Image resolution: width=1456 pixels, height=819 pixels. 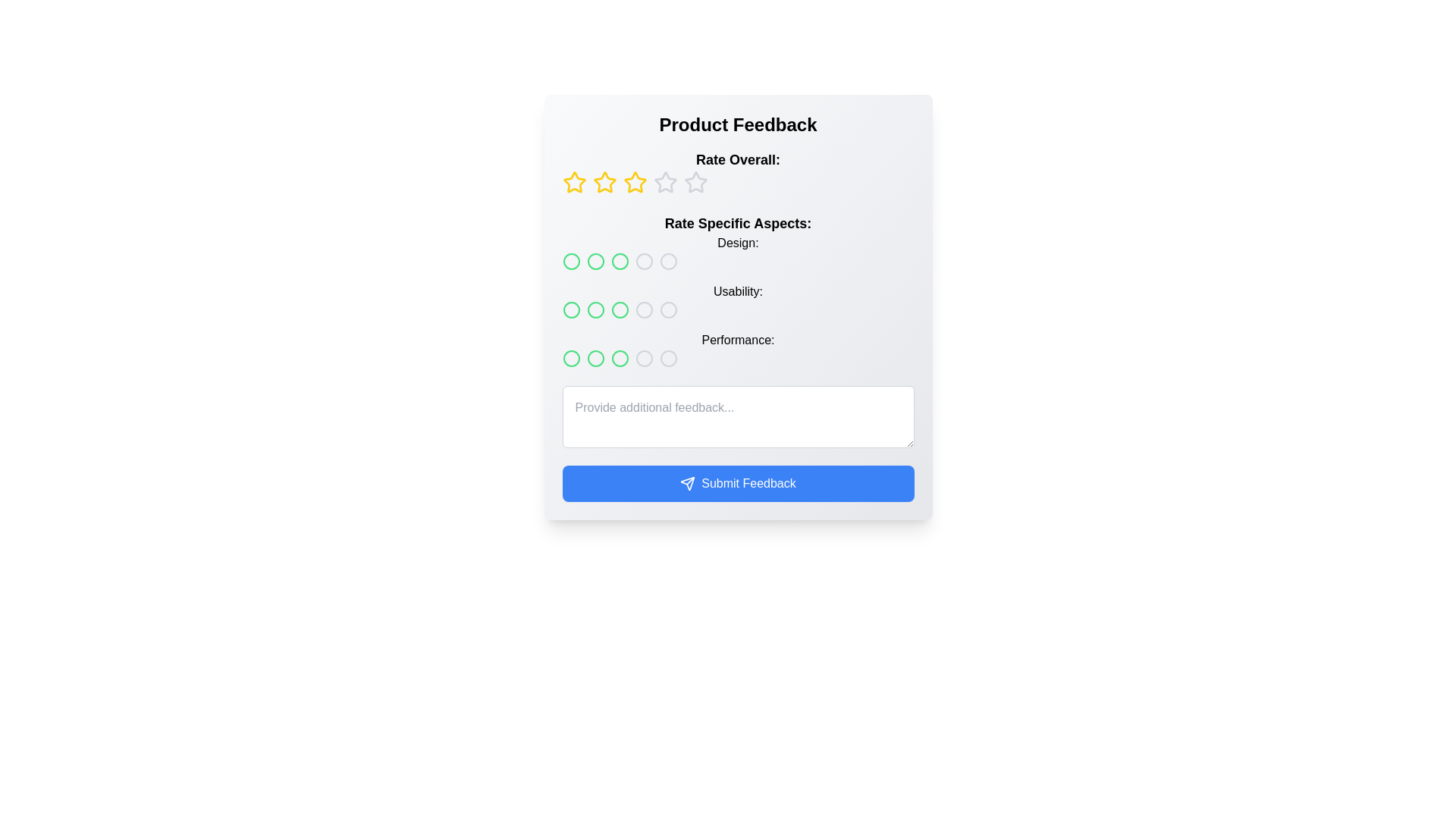 What do you see at coordinates (604, 181) in the screenshot?
I see `the second star in the rating system to set a rating under the 'Rate Overall' label` at bounding box center [604, 181].